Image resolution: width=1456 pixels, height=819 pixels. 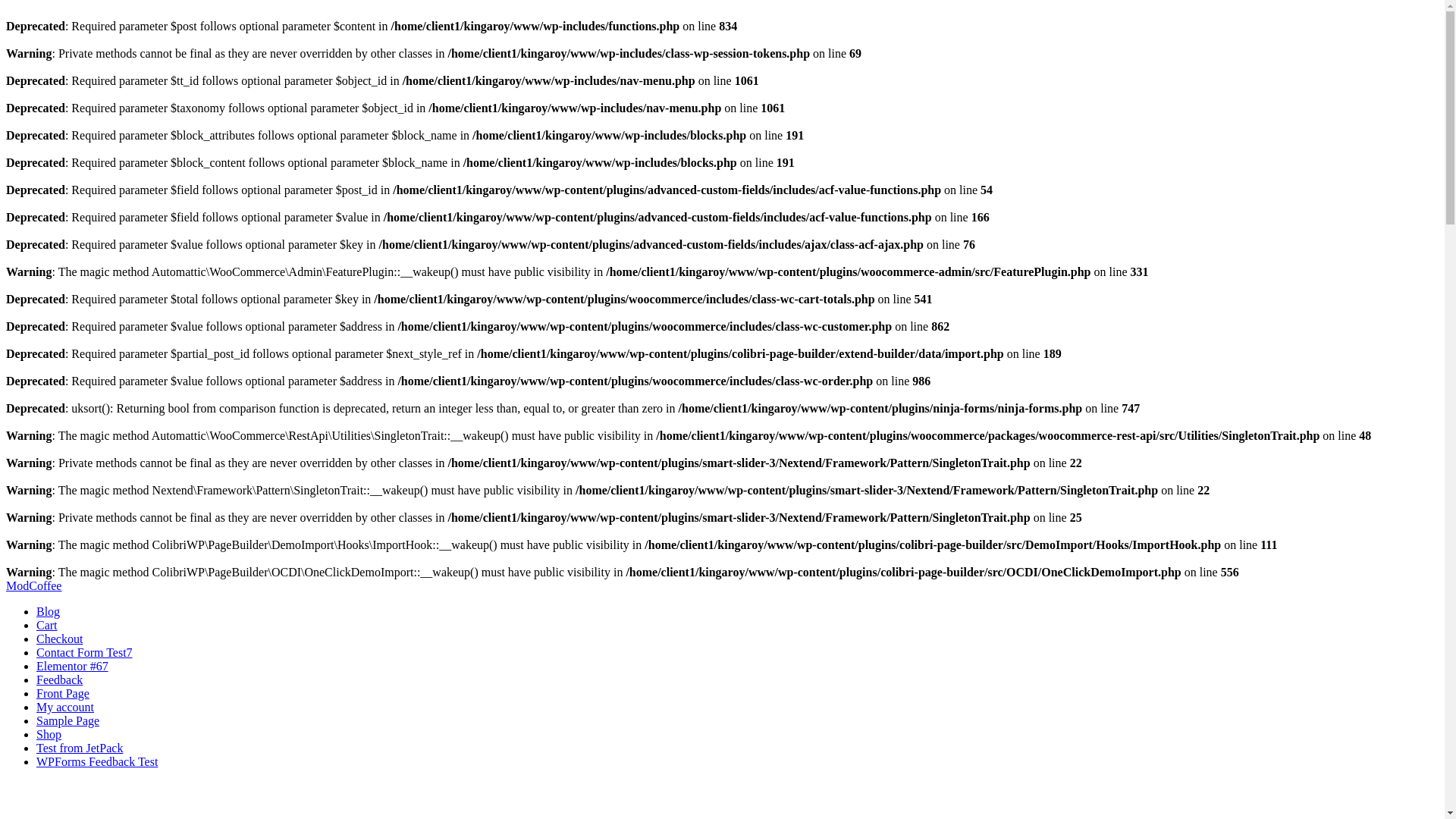 What do you see at coordinates (96, 761) in the screenshot?
I see `'WPForms Feedback Test'` at bounding box center [96, 761].